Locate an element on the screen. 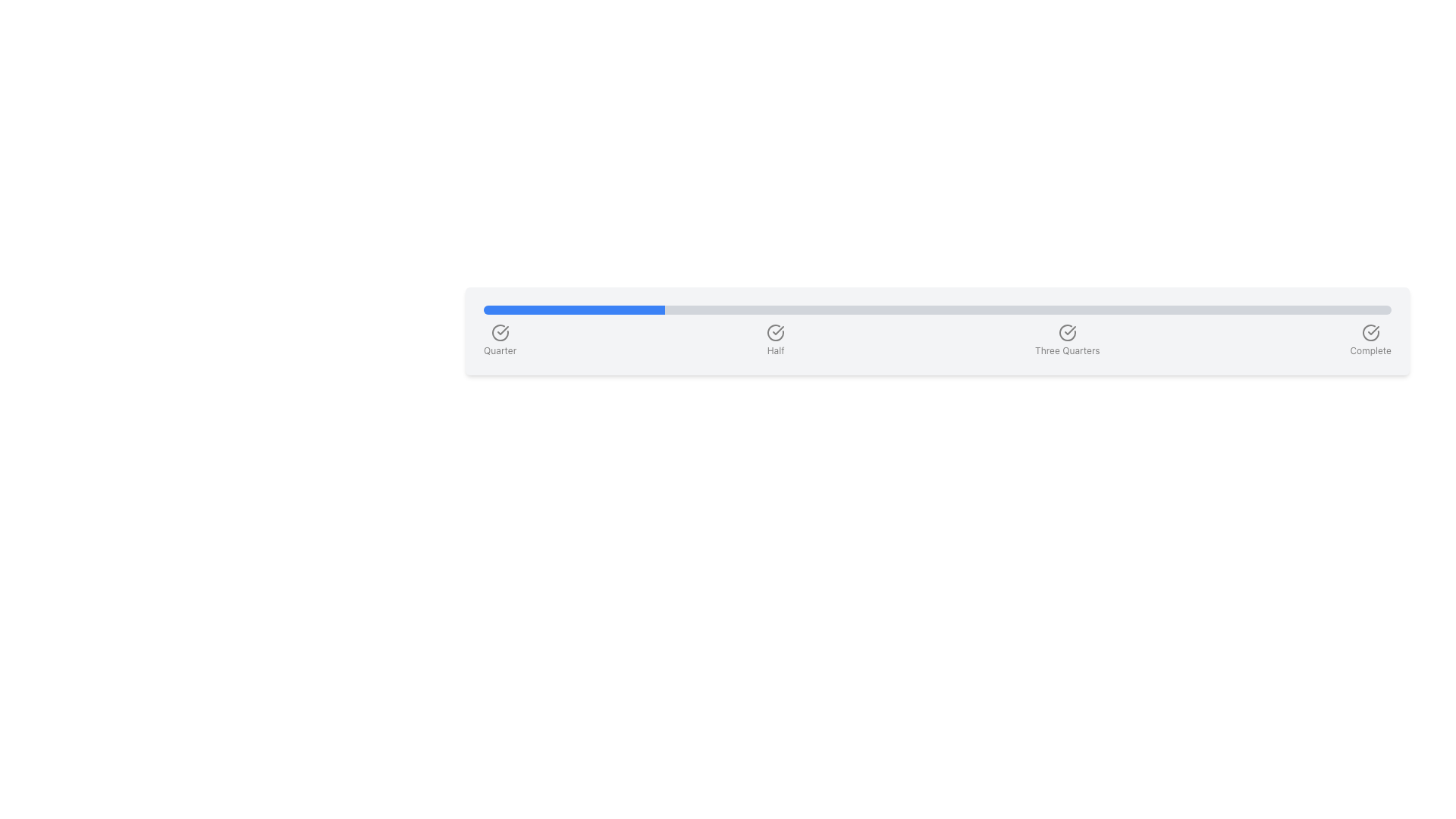  the text label displaying 'Half', located below the checkmark icon is located at coordinates (776, 350).